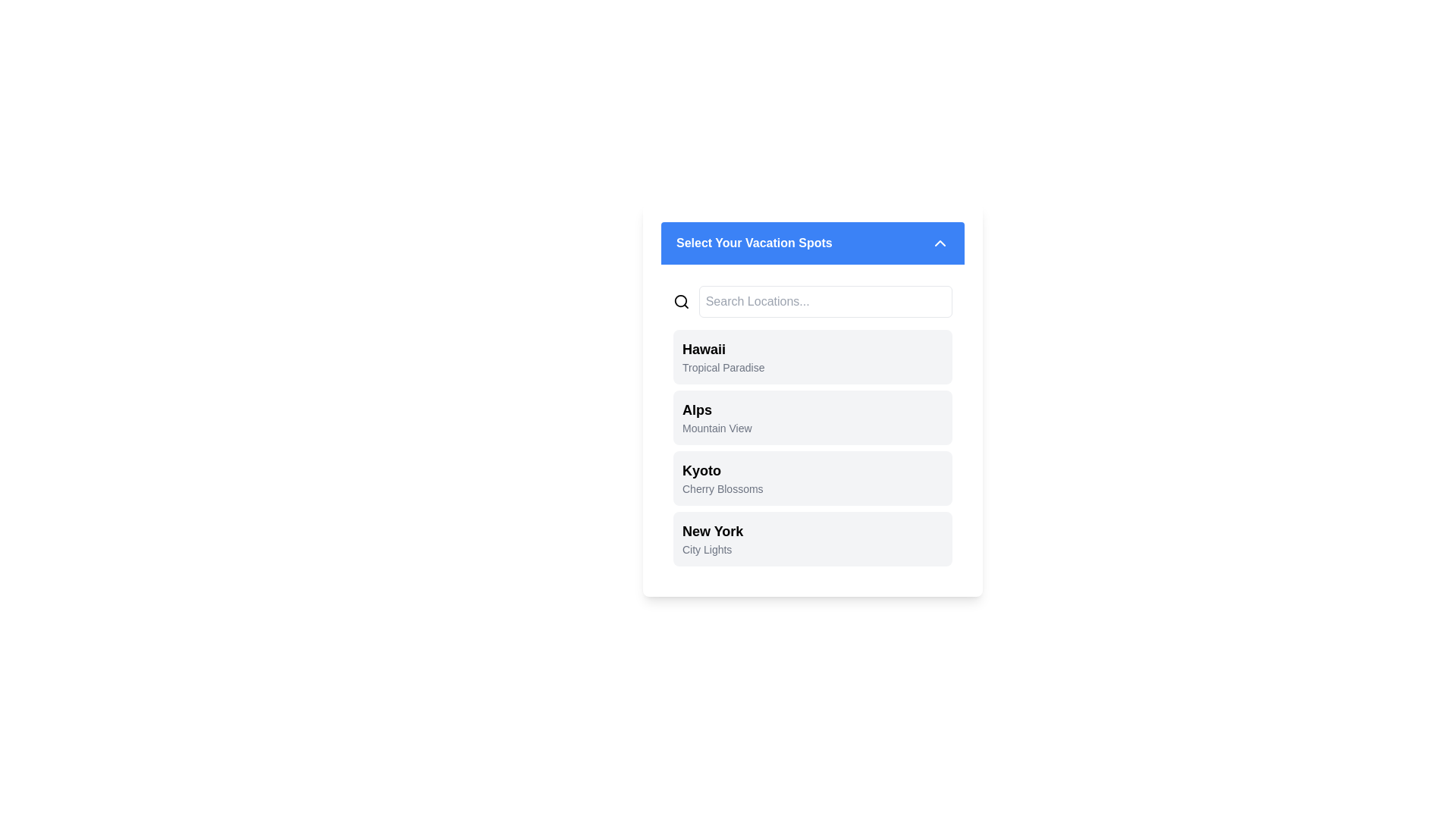  I want to click on text label displaying 'Cherry Blossoms' which is situated below the bold text 'Kyoto' in the third item of a vertical list, so click(722, 488).